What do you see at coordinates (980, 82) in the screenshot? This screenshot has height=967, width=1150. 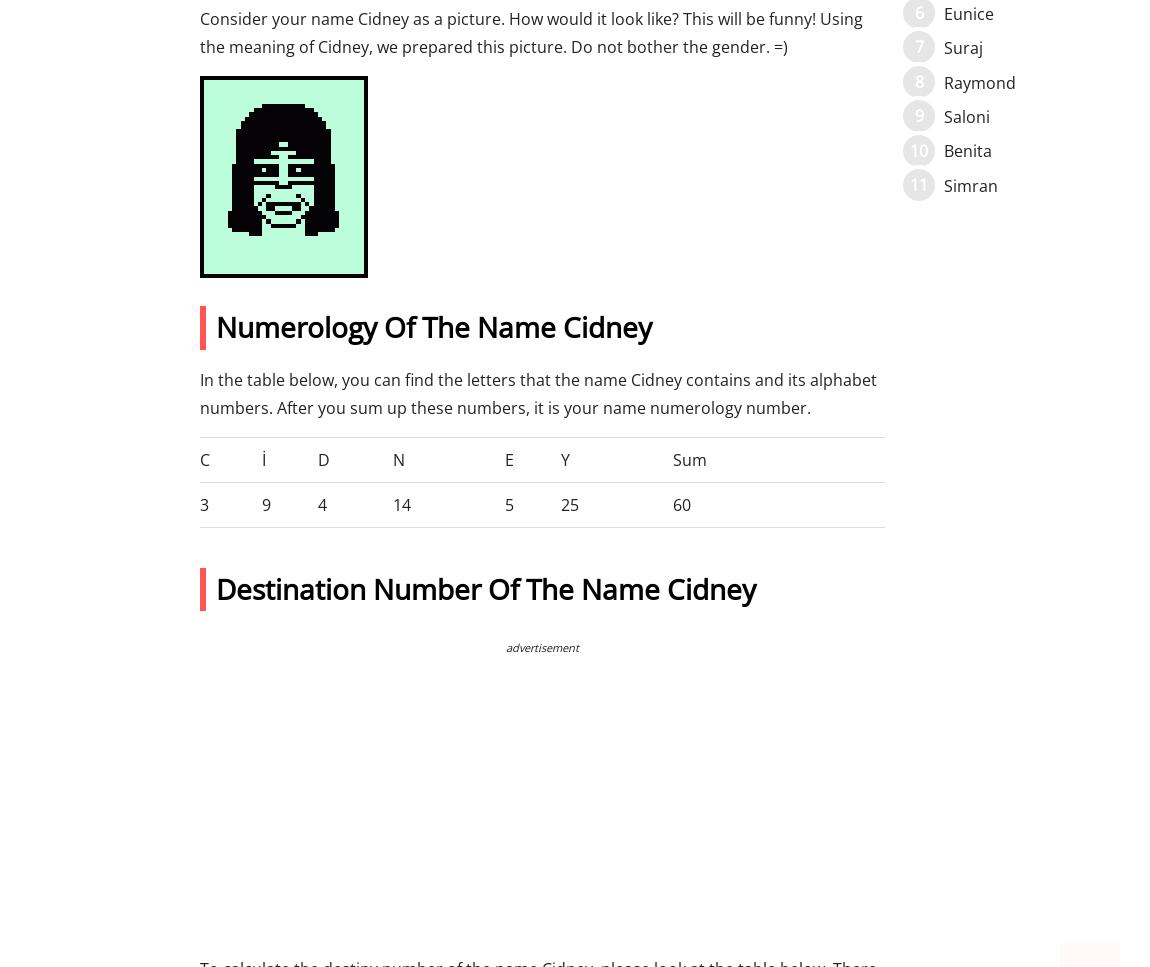 I see `'Raymond'` at bounding box center [980, 82].